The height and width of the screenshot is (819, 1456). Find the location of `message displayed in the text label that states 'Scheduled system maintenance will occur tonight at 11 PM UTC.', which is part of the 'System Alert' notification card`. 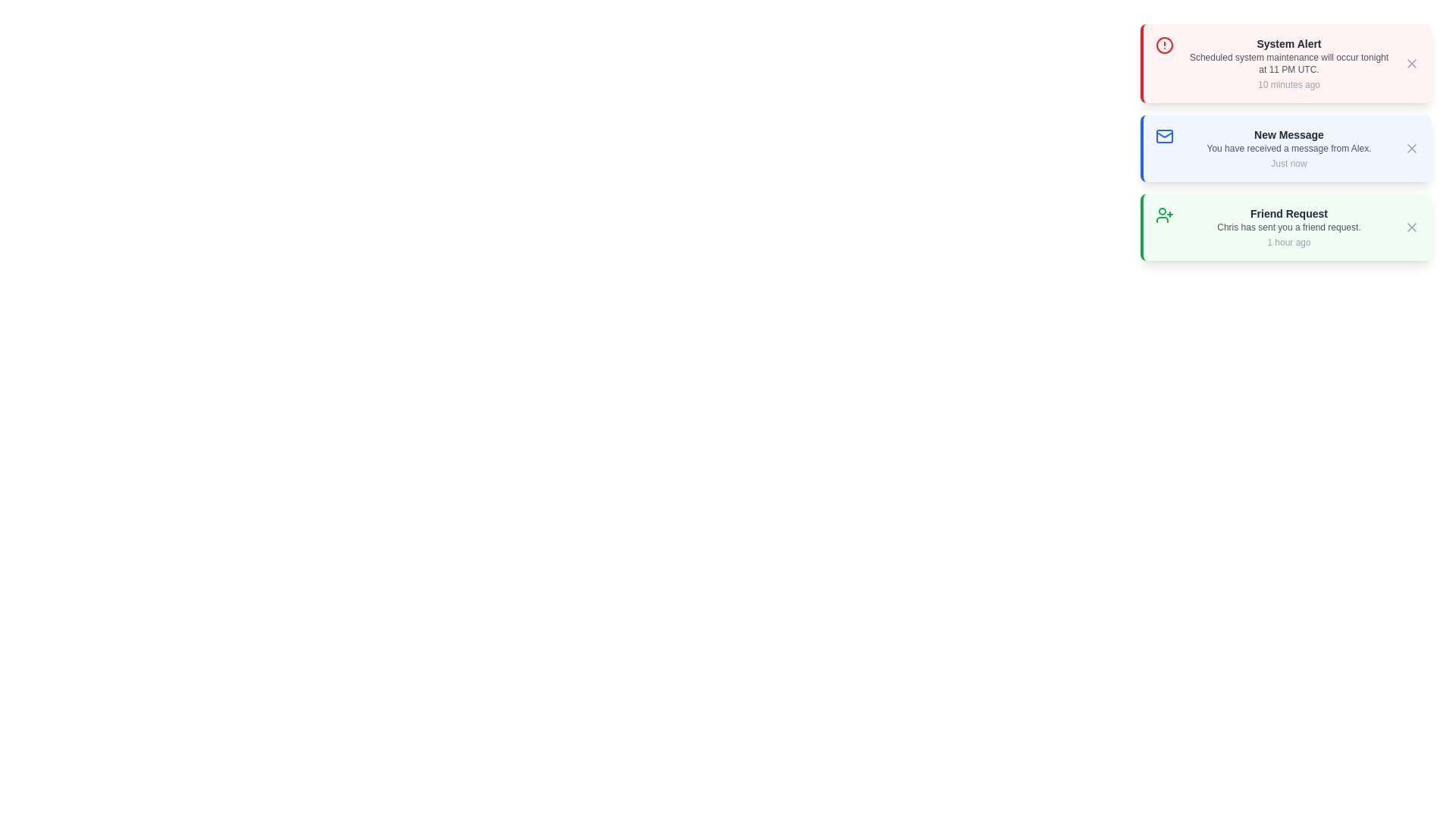

message displayed in the text label that states 'Scheduled system maintenance will occur tonight at 11 PM UTC.', which is part of the 'System Alert' notification card is located at coordinates (1288, 63).